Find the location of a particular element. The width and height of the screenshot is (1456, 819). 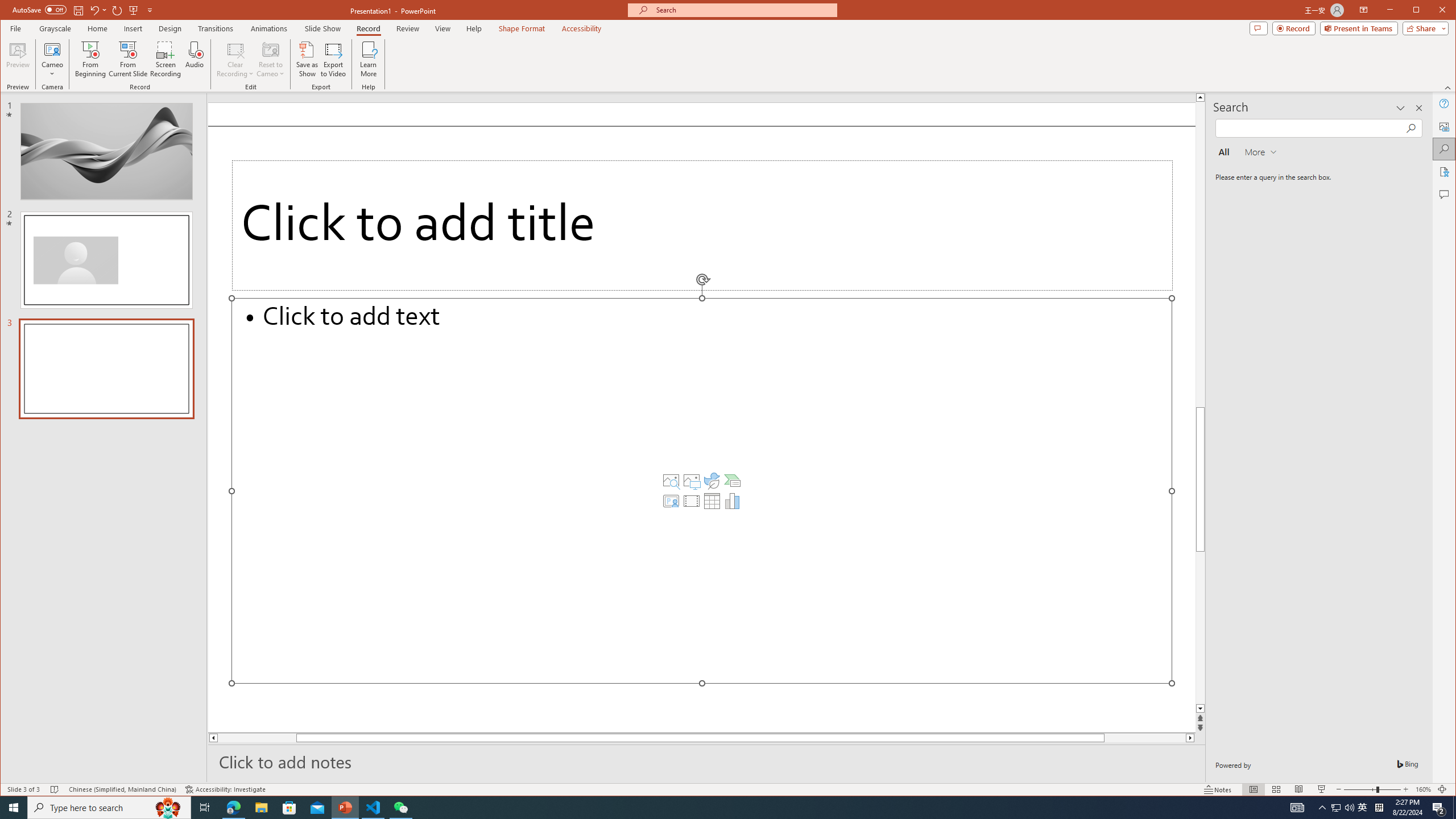

'Content Placeholder' is located at coordinates (701, 490).